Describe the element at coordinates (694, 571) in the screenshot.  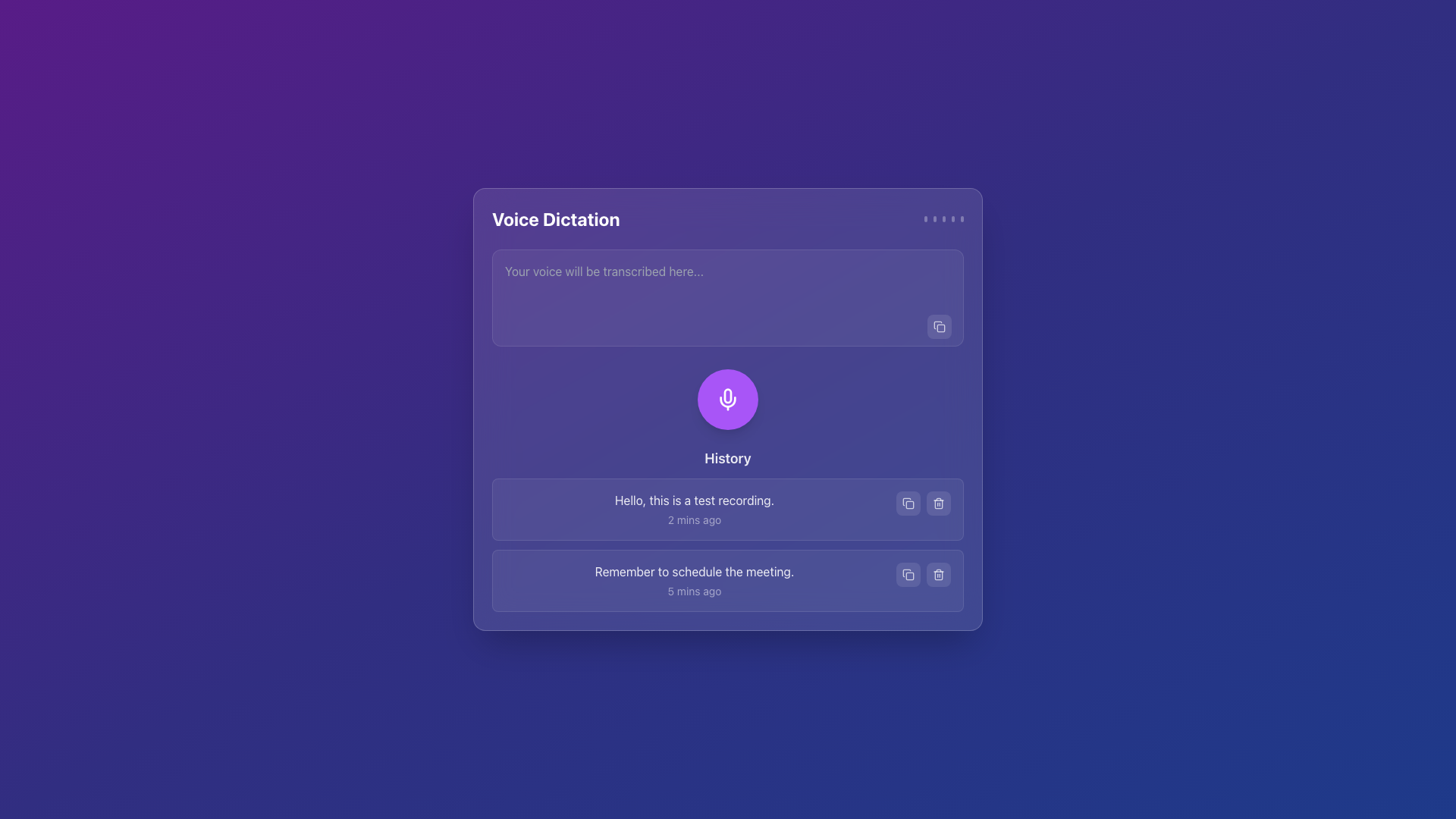
I see `the Static text label that says 'Remember to schedule the meeting.' which is positioned above the smaller timestamp text in the History section` at that location.